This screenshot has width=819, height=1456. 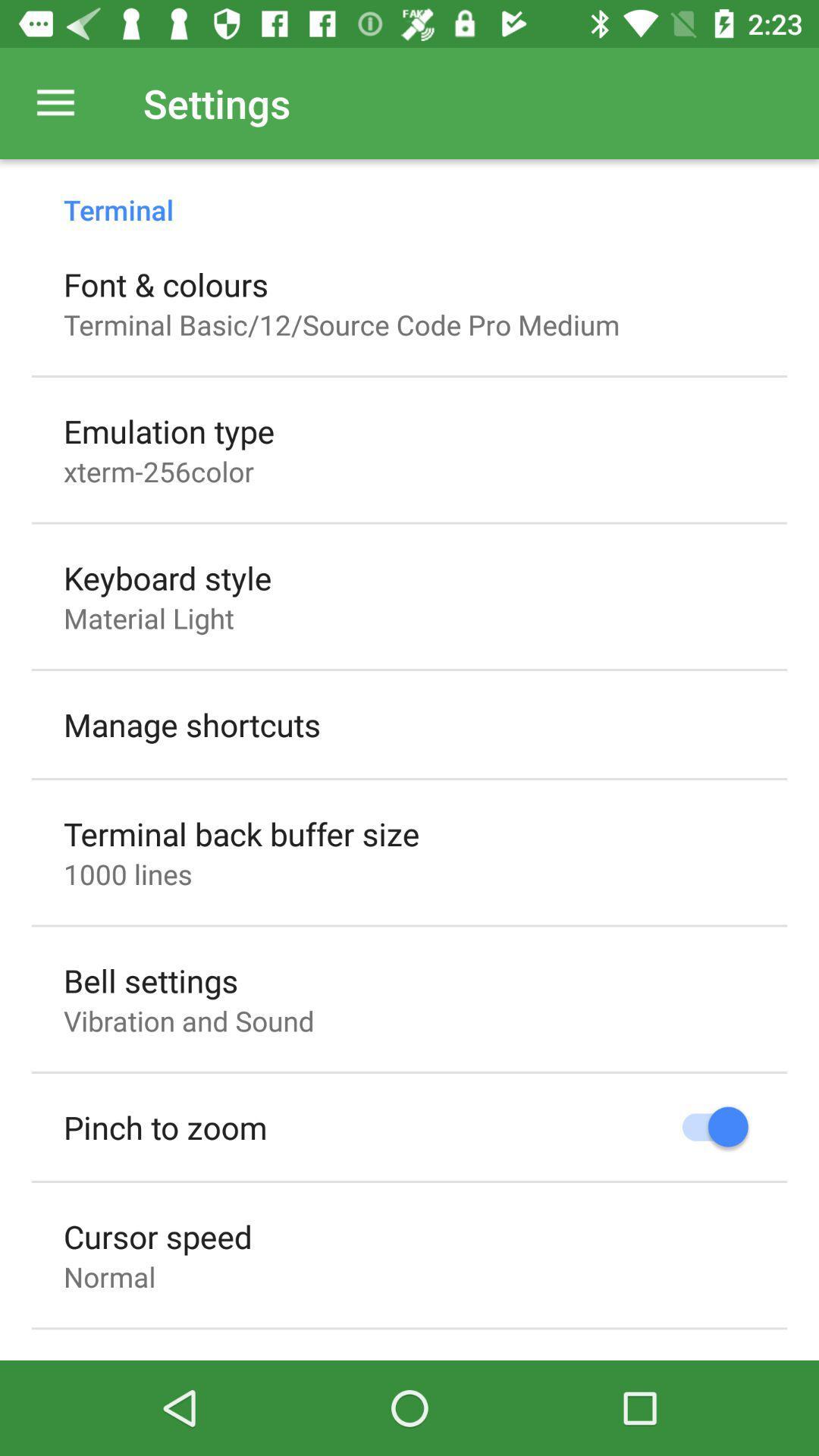 I want to click on the icon above 1000 lines icon, so click(x=240, y=833).